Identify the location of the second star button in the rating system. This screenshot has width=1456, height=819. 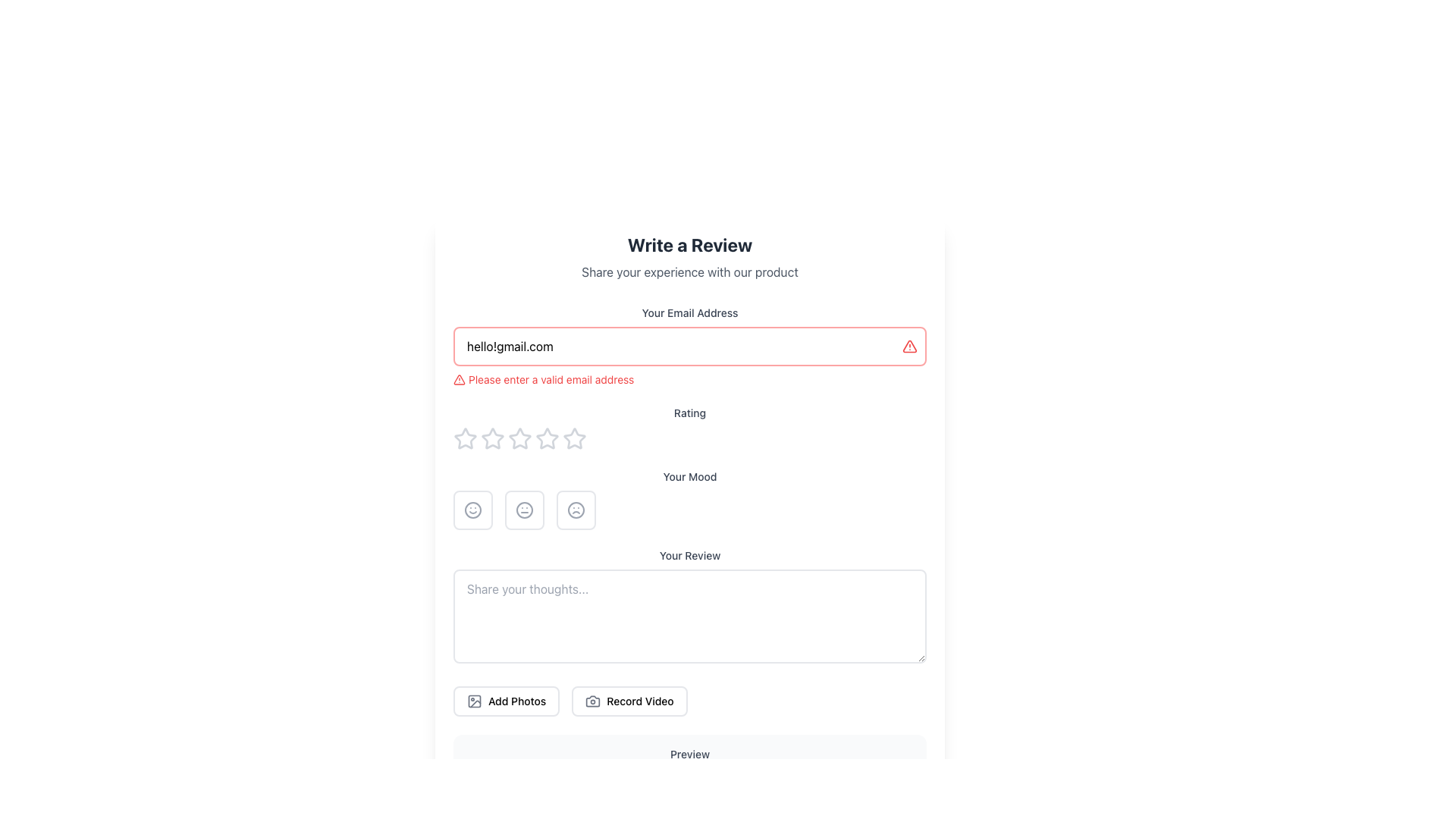
(520, 438).